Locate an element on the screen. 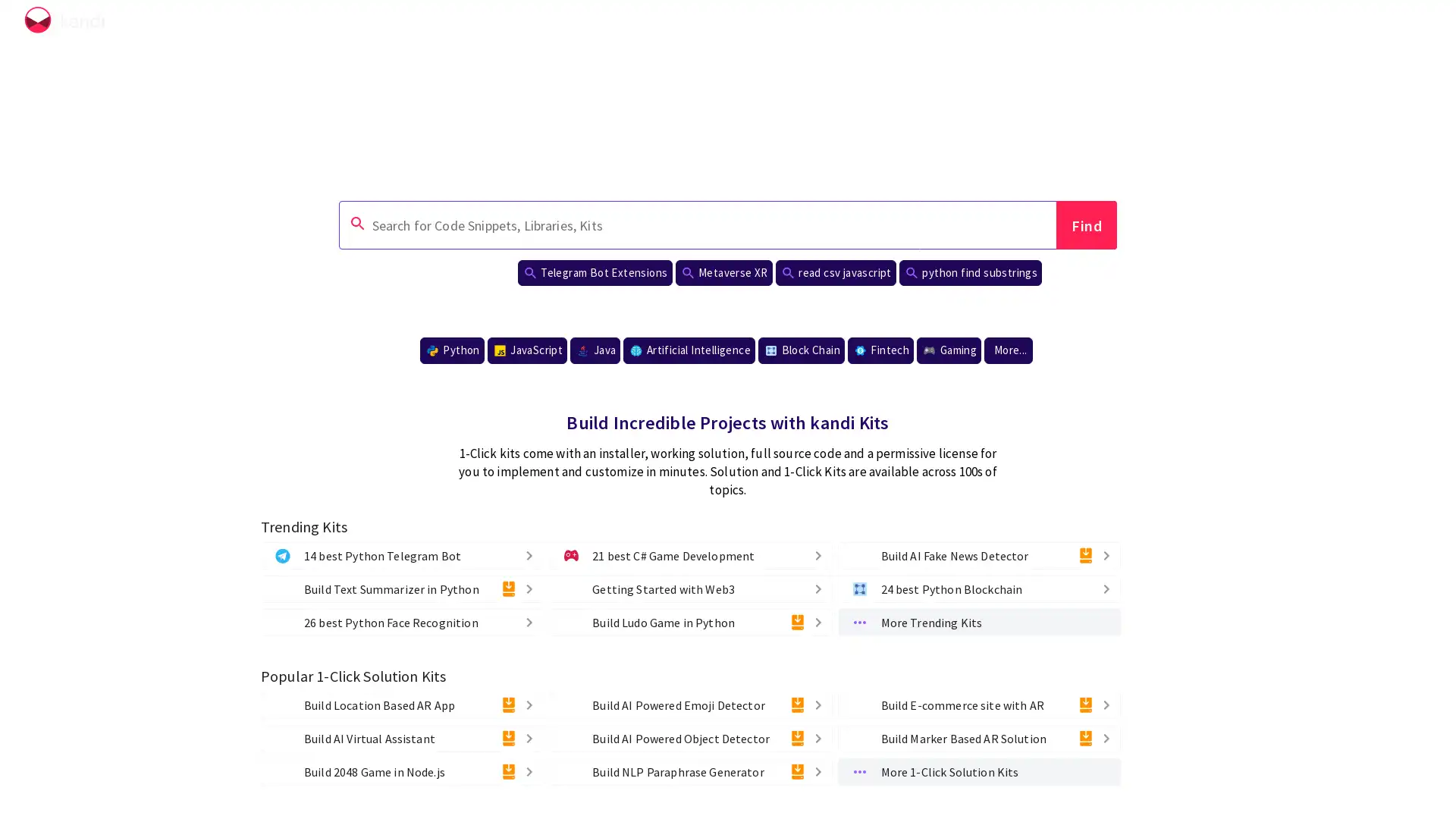  getting-started-with-web3 Getting Started with Web3 is located at coordinates (689, 587).